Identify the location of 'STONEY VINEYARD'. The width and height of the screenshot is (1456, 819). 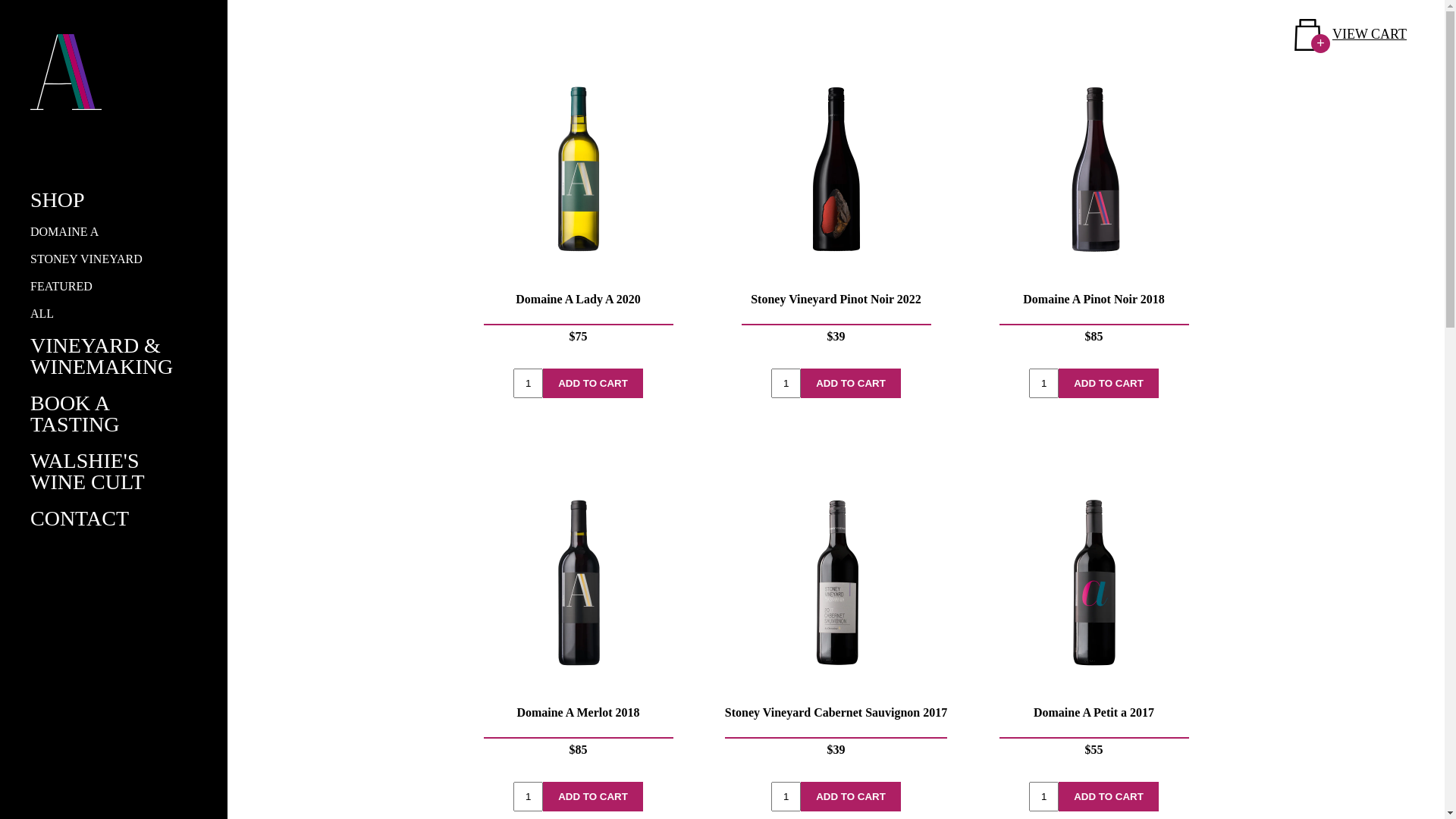
(86, 258).